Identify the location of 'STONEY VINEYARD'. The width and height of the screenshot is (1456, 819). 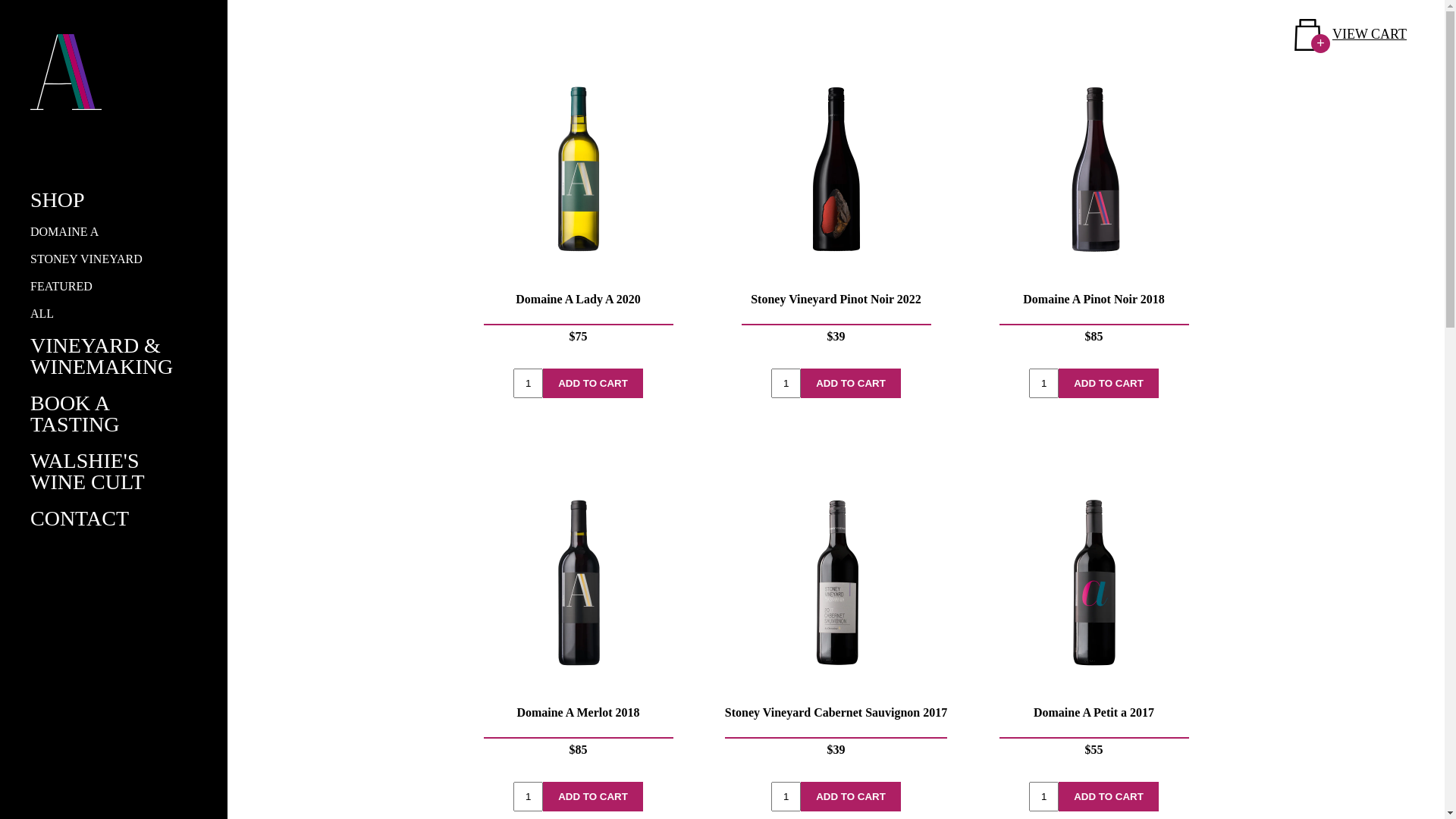
(86, 258).